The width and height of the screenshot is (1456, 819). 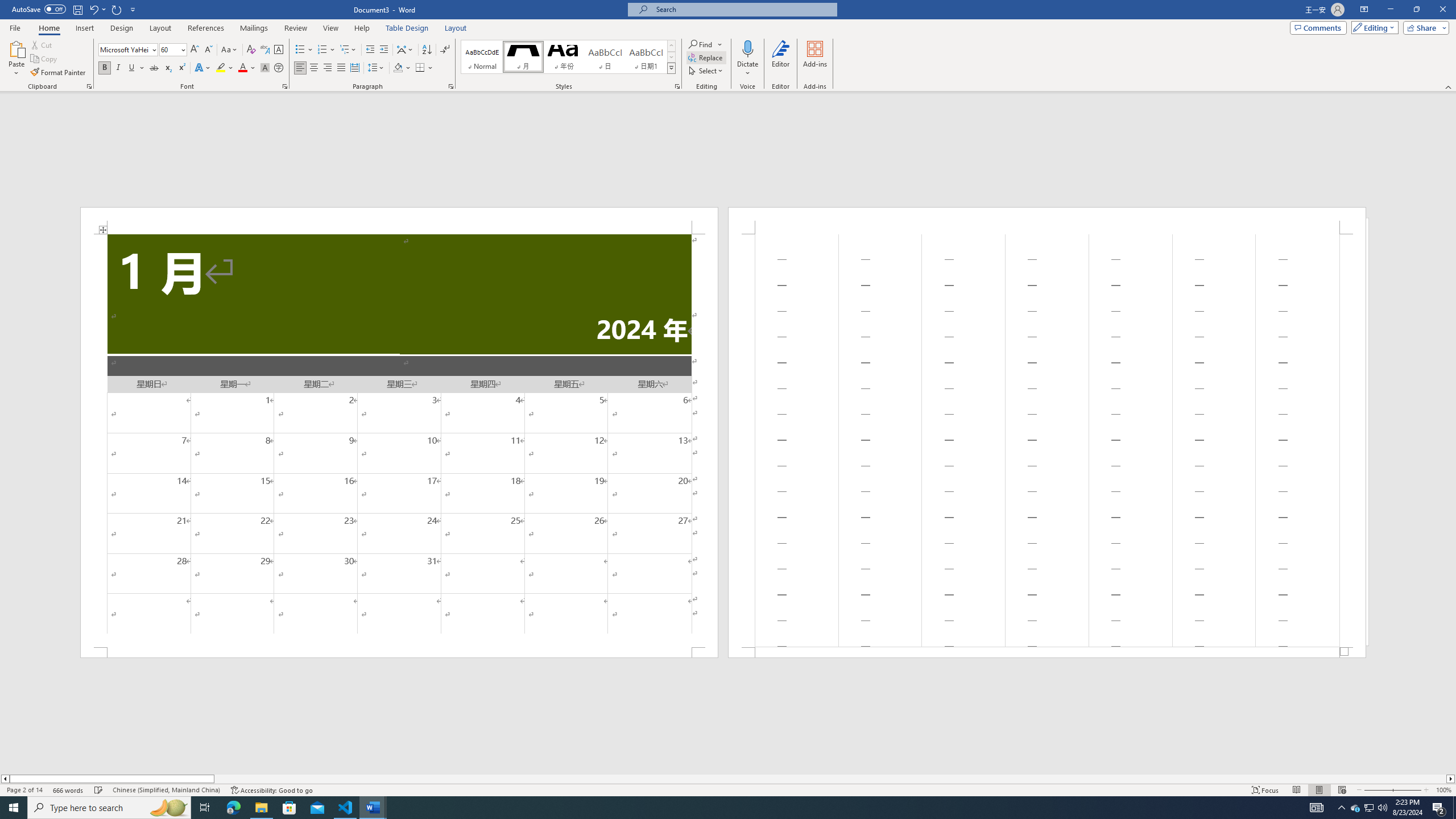 What do you see at coordinates (1319, 790) in the screenshot?
I see `'Print Layout'` at bounding box center [1319, 790].